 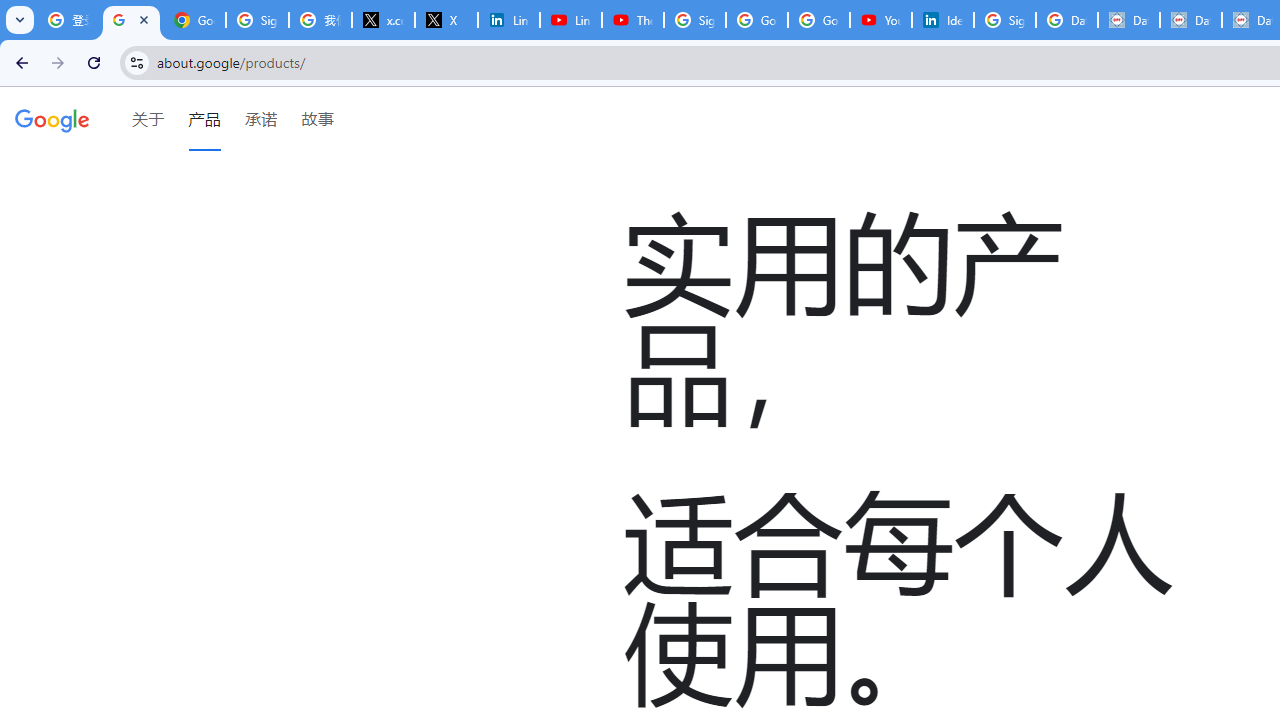 What do you see at coordinates (569, 20) in the screenshot?
I see `'LinkedIn - YouTube'` at bounding box center [569, 20].